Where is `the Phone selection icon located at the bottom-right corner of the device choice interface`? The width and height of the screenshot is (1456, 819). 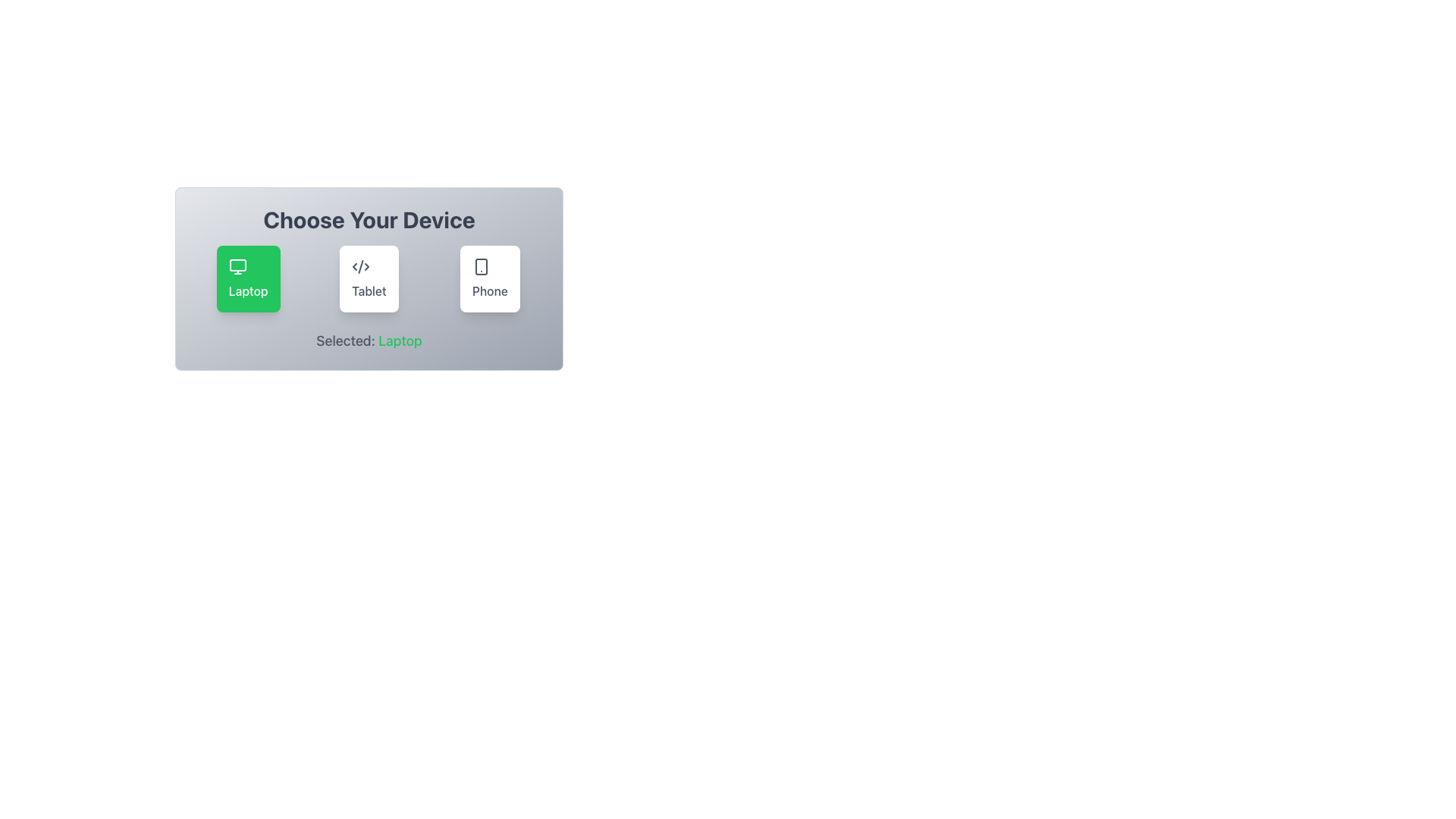 the Phone selection icon located at the bottom-right corner of the device choice interface is located at coordinates (480, 265).